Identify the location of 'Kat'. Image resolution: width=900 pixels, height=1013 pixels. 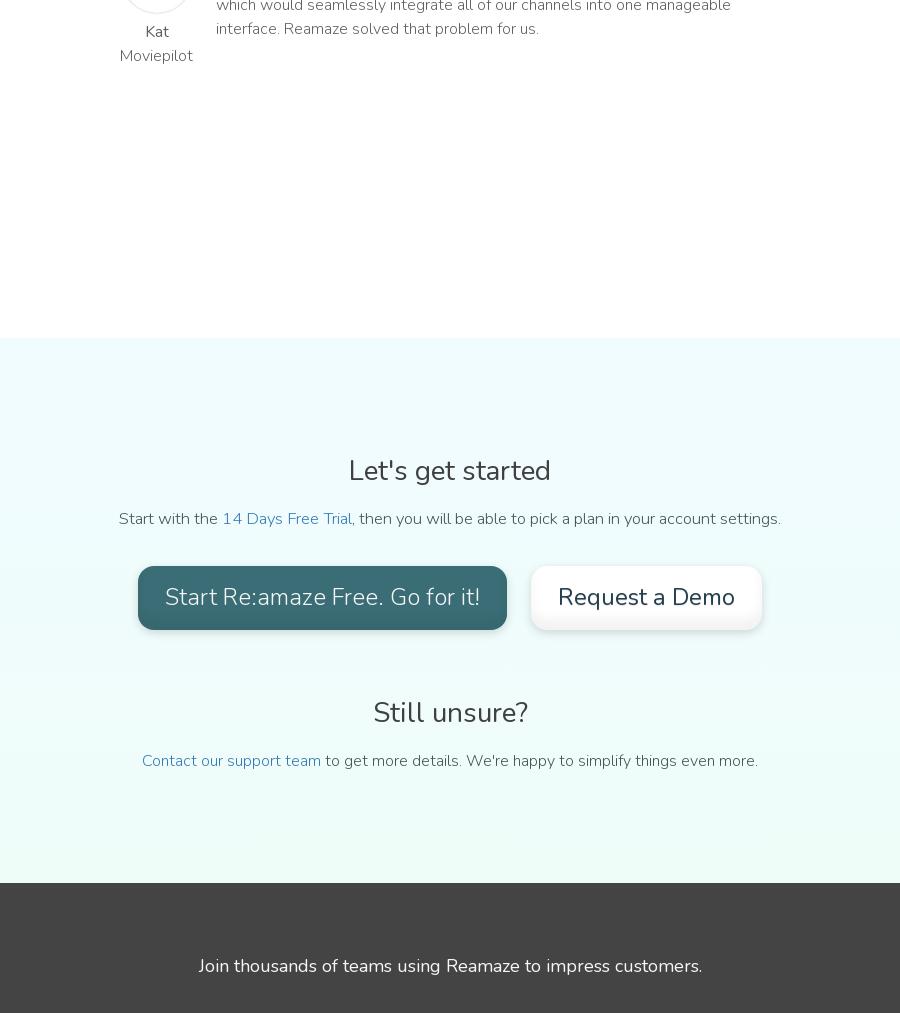
(155, 29).